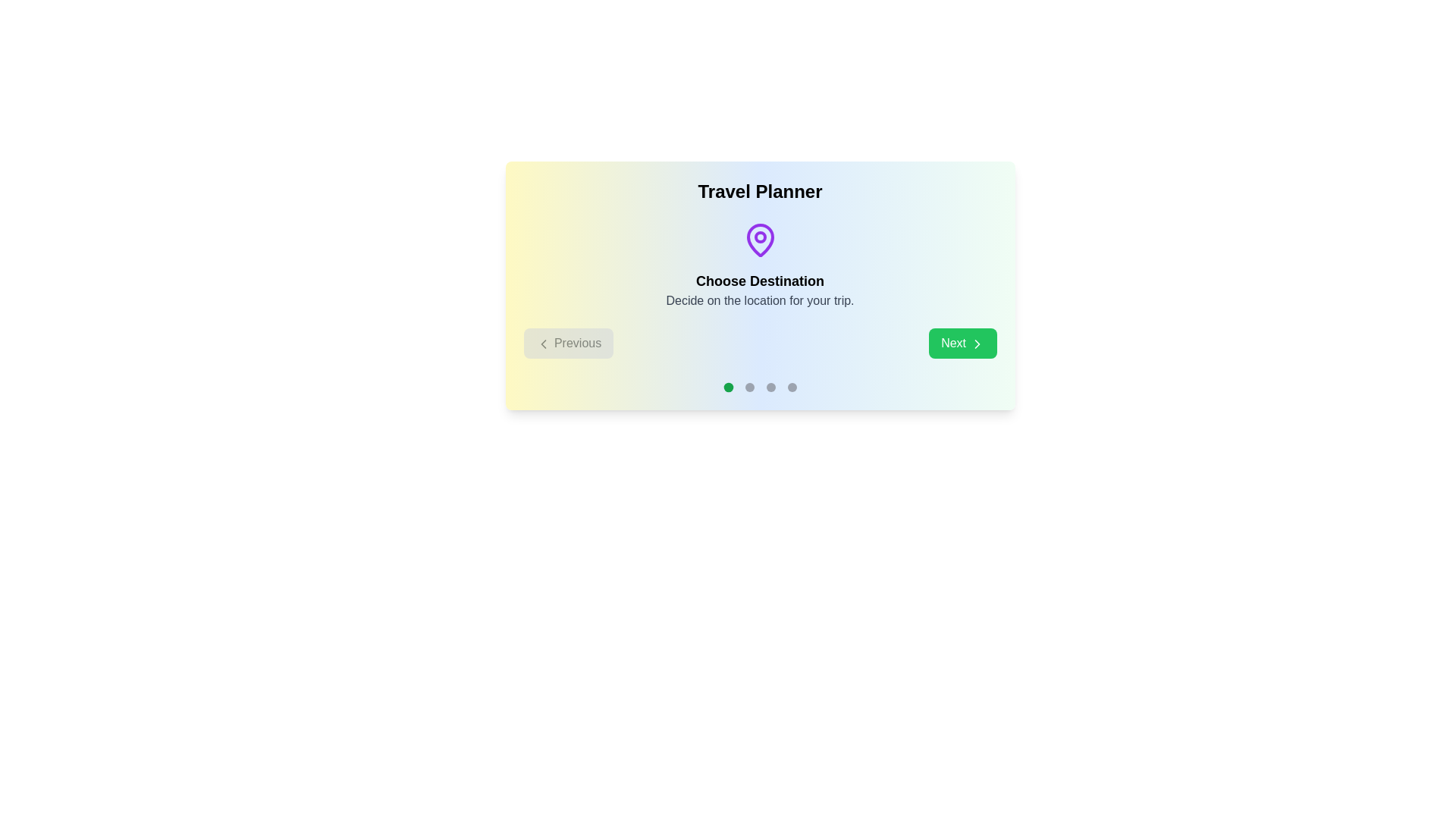 The width and height of the screenshot is (1456, 819). I want to click on the rightward-pointing chevron icon within the green 'Next' button, so click(977, 344).